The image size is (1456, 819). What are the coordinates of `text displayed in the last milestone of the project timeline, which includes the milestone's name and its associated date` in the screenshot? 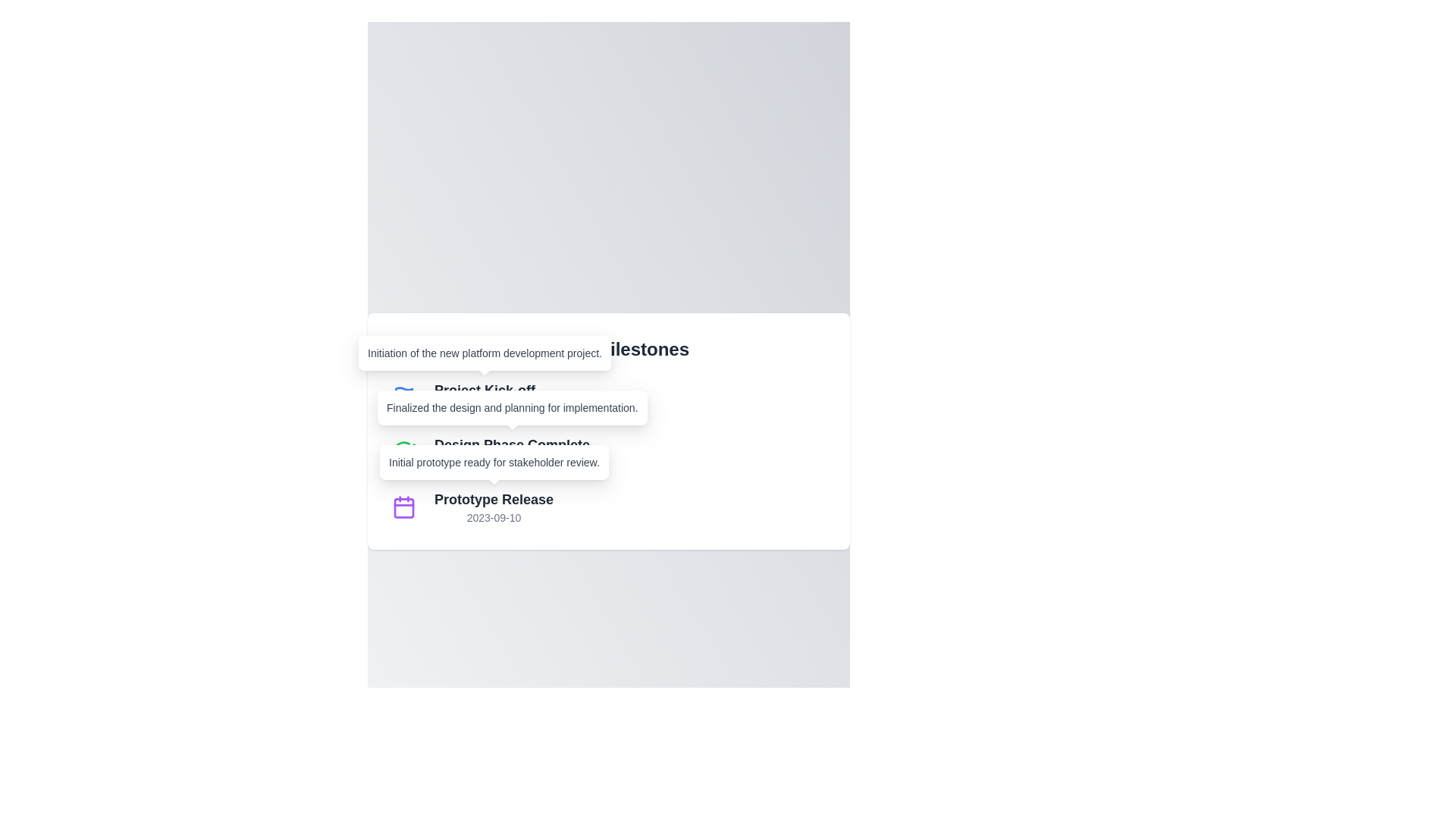 It's located at (494, 507).